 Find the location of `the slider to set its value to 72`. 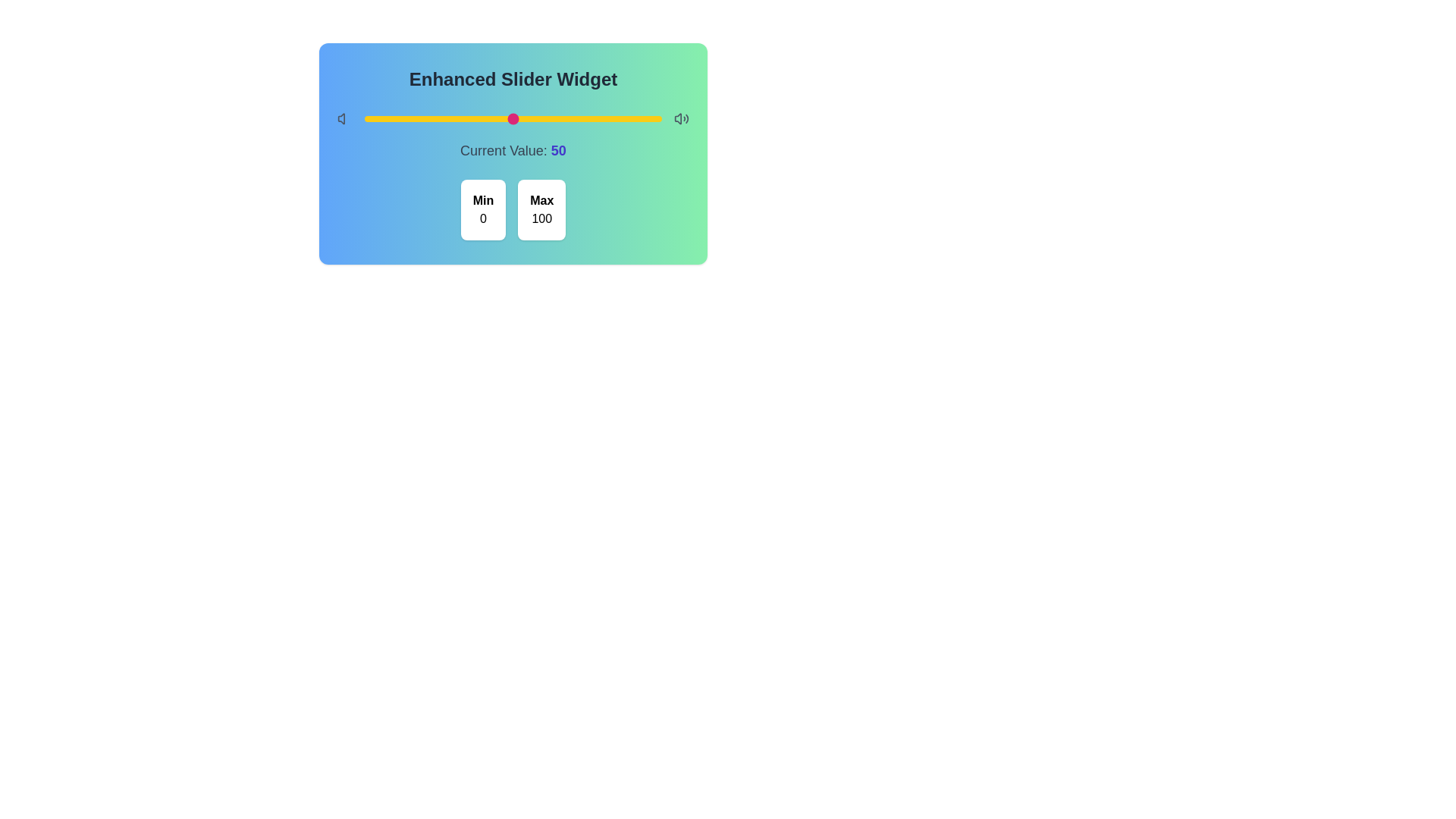

the slider to set its value to 72 is located at coordinates (578, 118).